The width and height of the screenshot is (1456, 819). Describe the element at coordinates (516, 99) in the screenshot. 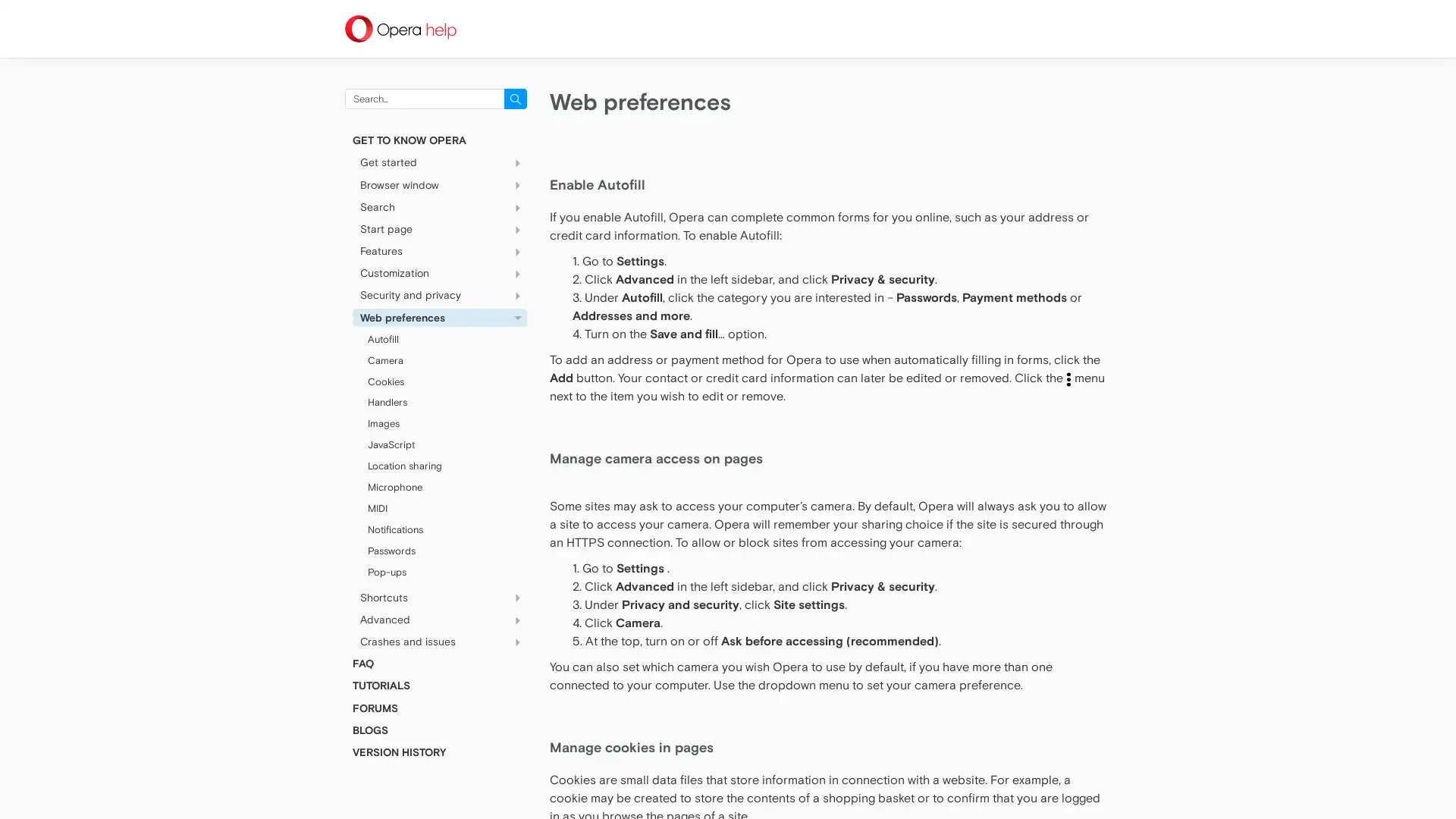

I see `Search` at that location.